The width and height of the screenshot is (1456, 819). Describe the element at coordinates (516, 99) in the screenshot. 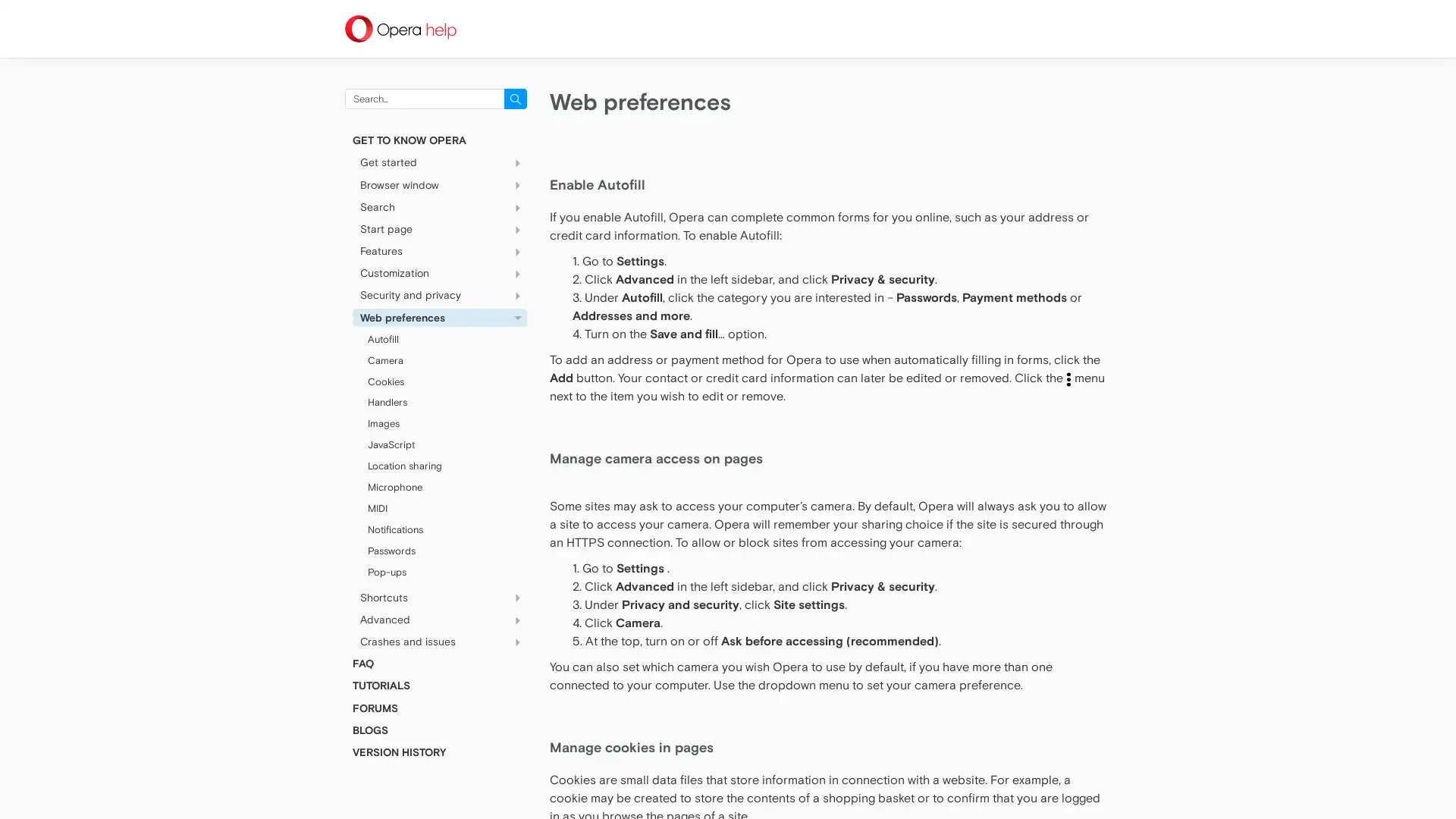

I see `Search` at that location.